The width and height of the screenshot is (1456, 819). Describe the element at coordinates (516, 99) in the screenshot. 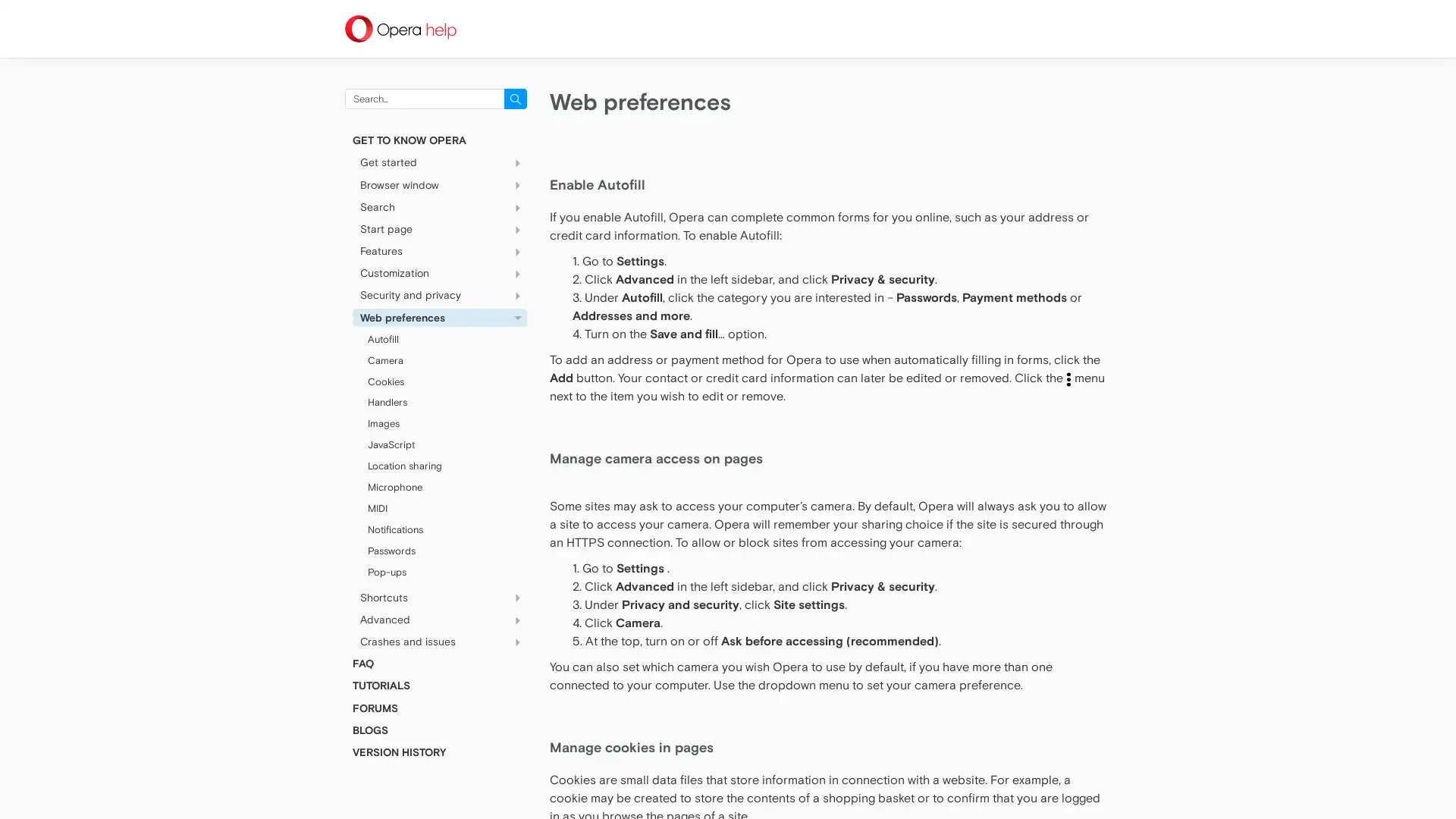

I see `Search` at that location.